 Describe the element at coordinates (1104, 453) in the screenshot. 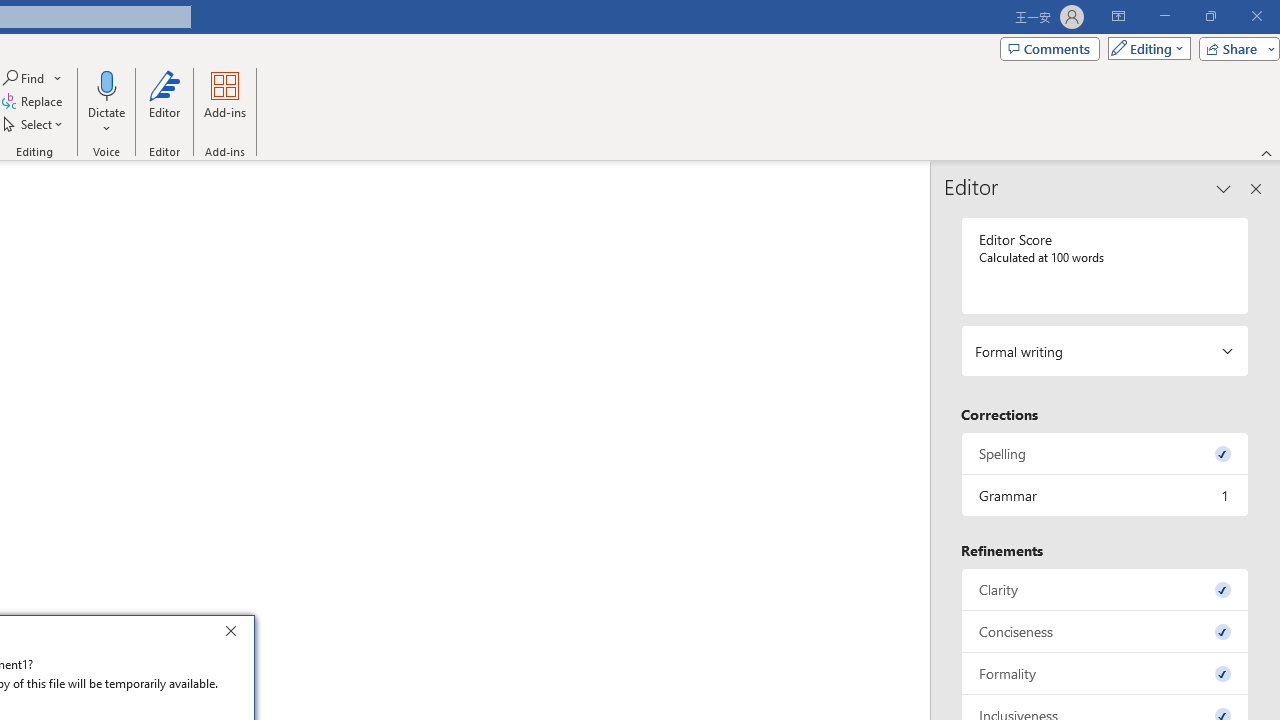

I see `'Spelling, 0 issues. Press space or enter to review items.'` at that location.